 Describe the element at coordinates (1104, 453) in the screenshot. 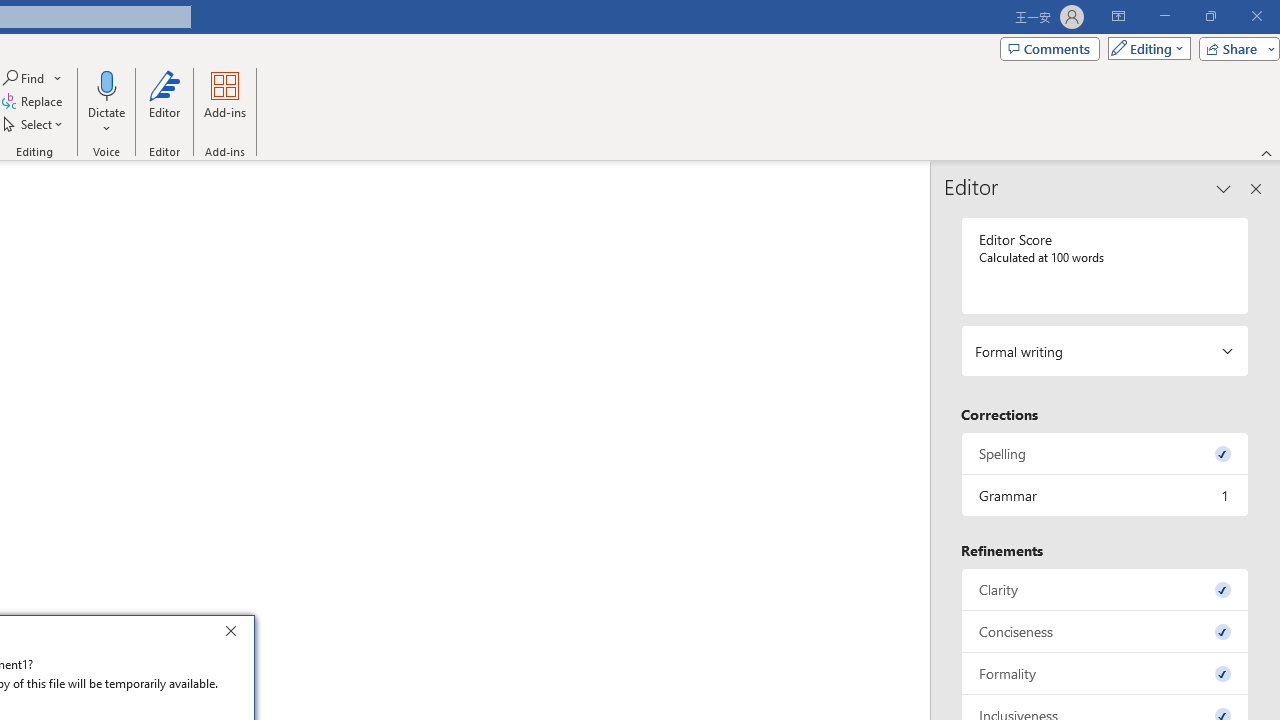

I see `'Spelling, 0 issues. Press space or enter to review items.'` at that location.